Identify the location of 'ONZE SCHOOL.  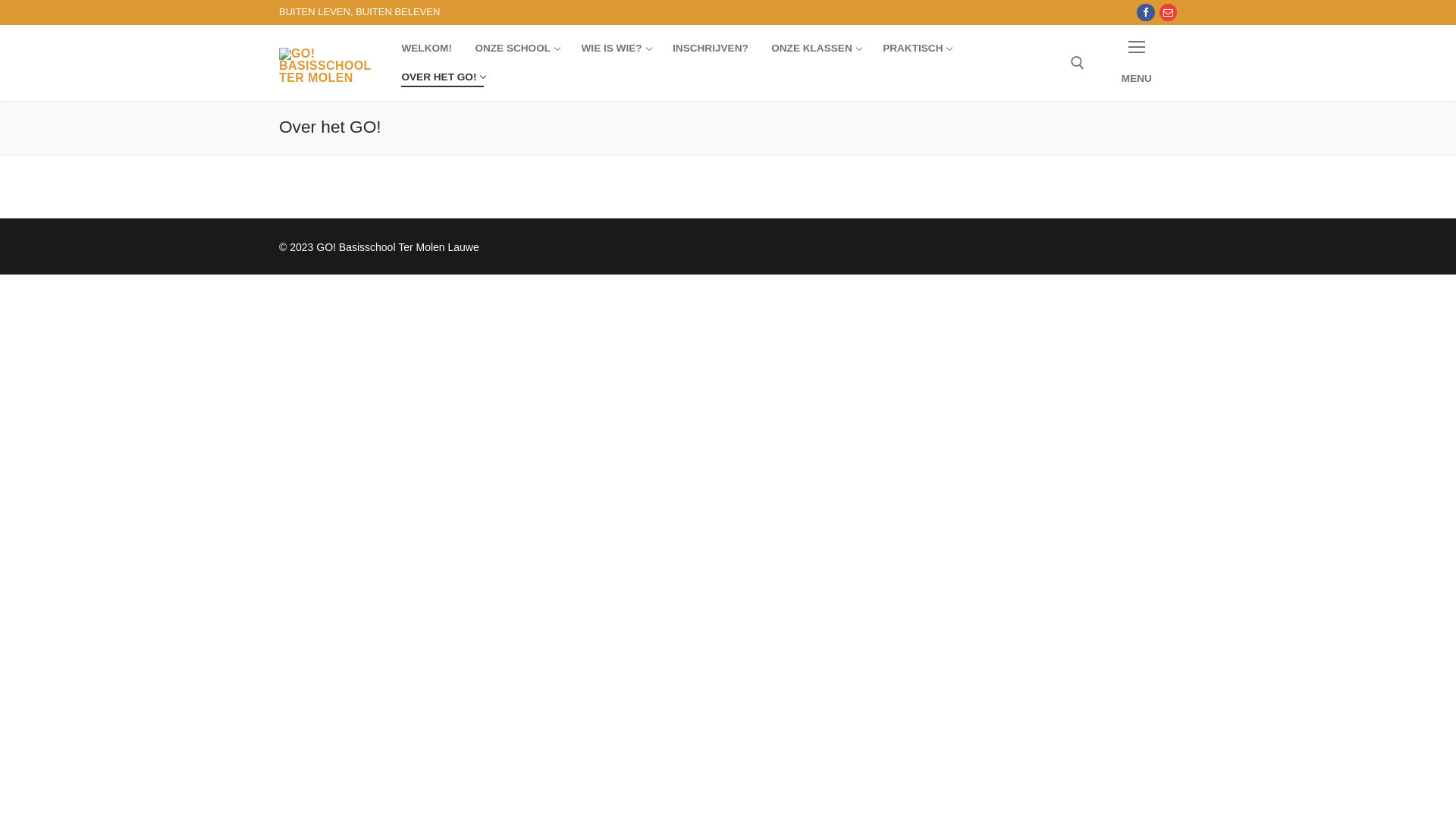
(516, 48).